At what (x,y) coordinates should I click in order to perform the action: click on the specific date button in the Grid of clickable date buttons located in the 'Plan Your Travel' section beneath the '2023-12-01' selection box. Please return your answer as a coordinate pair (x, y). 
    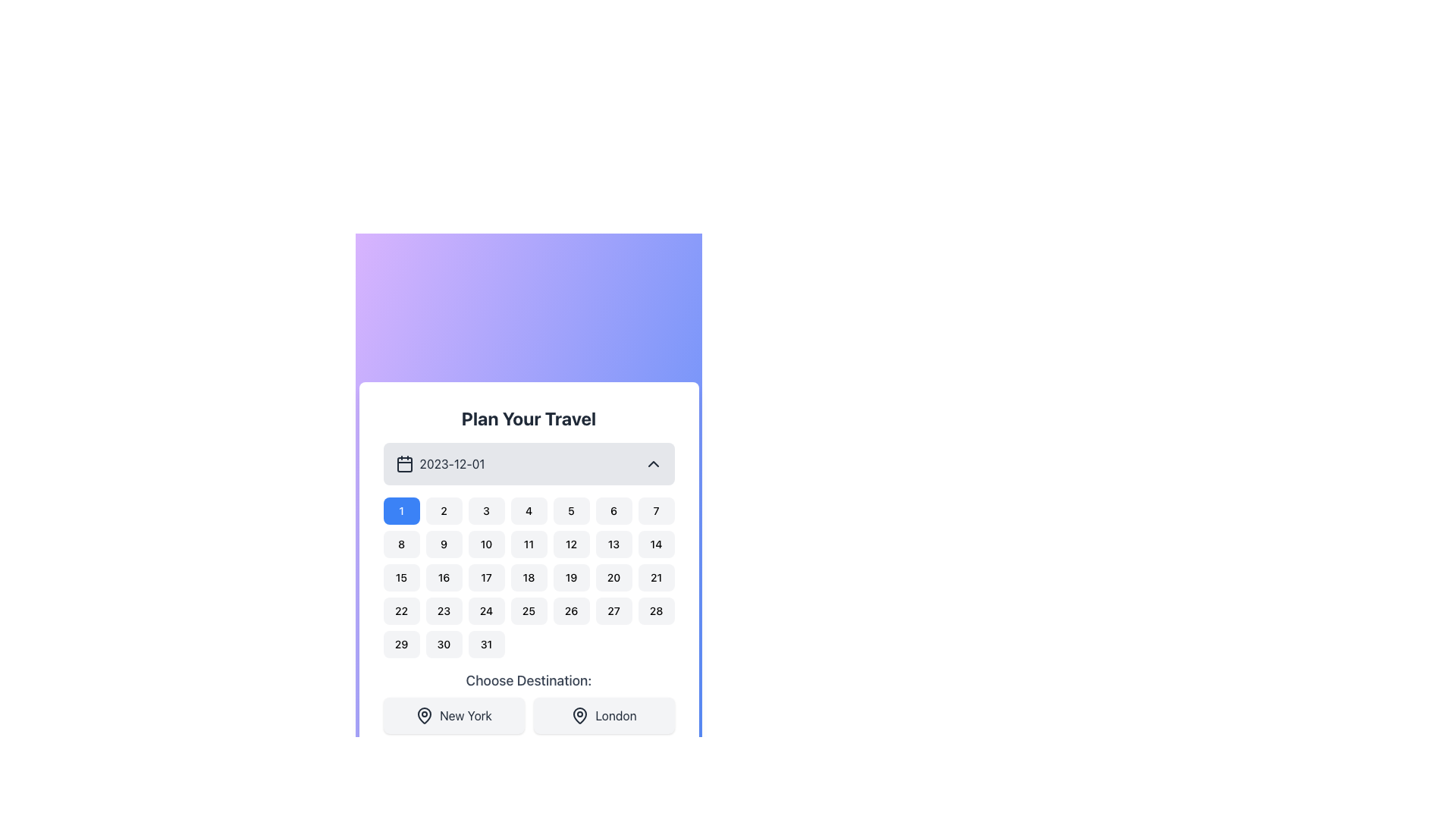
    Looking at the image, I should click on (529, 550).